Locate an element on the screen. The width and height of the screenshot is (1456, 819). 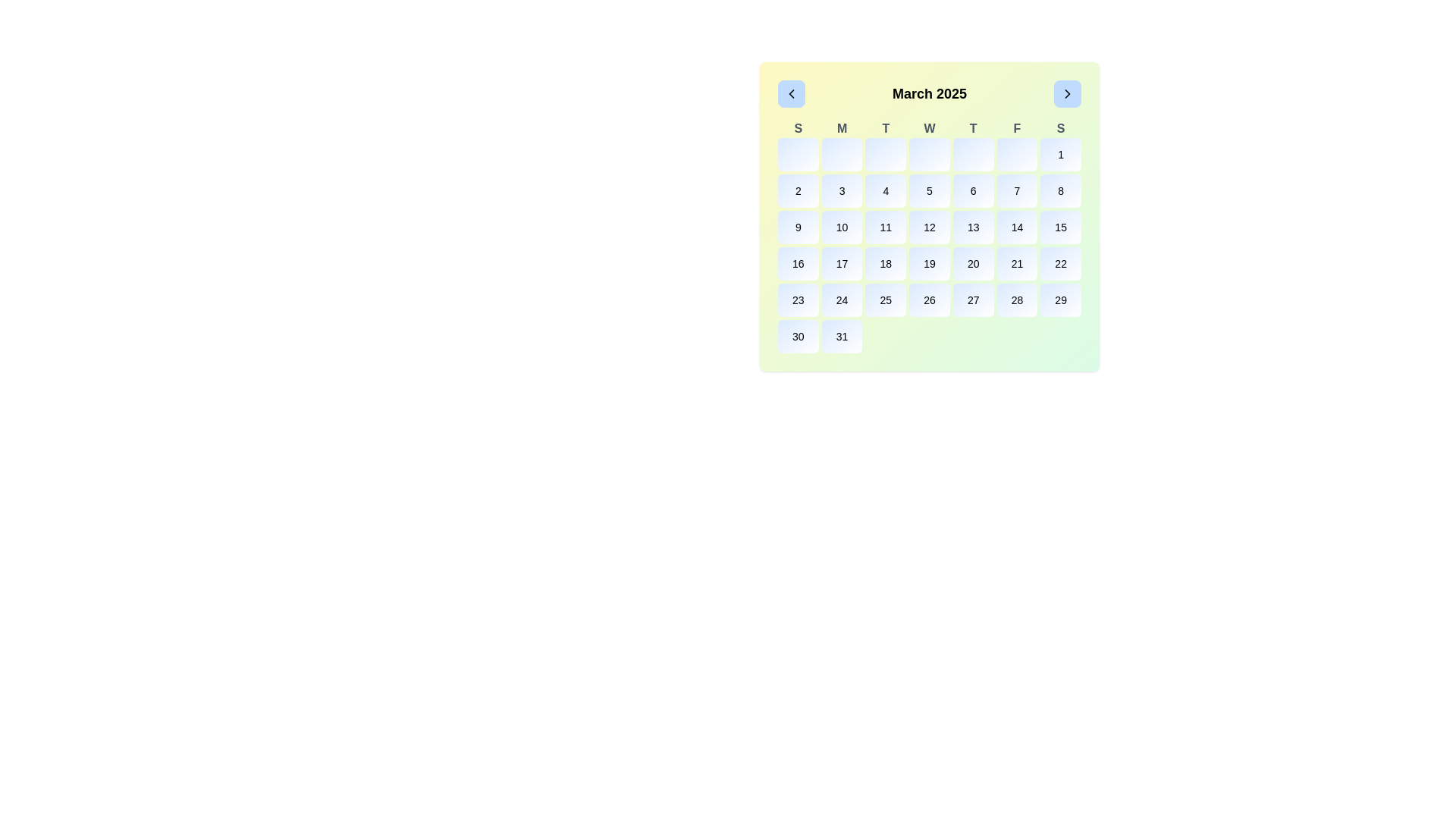
the rounded rectangular button displaying the number '4' is located at coordinates (886, 190).